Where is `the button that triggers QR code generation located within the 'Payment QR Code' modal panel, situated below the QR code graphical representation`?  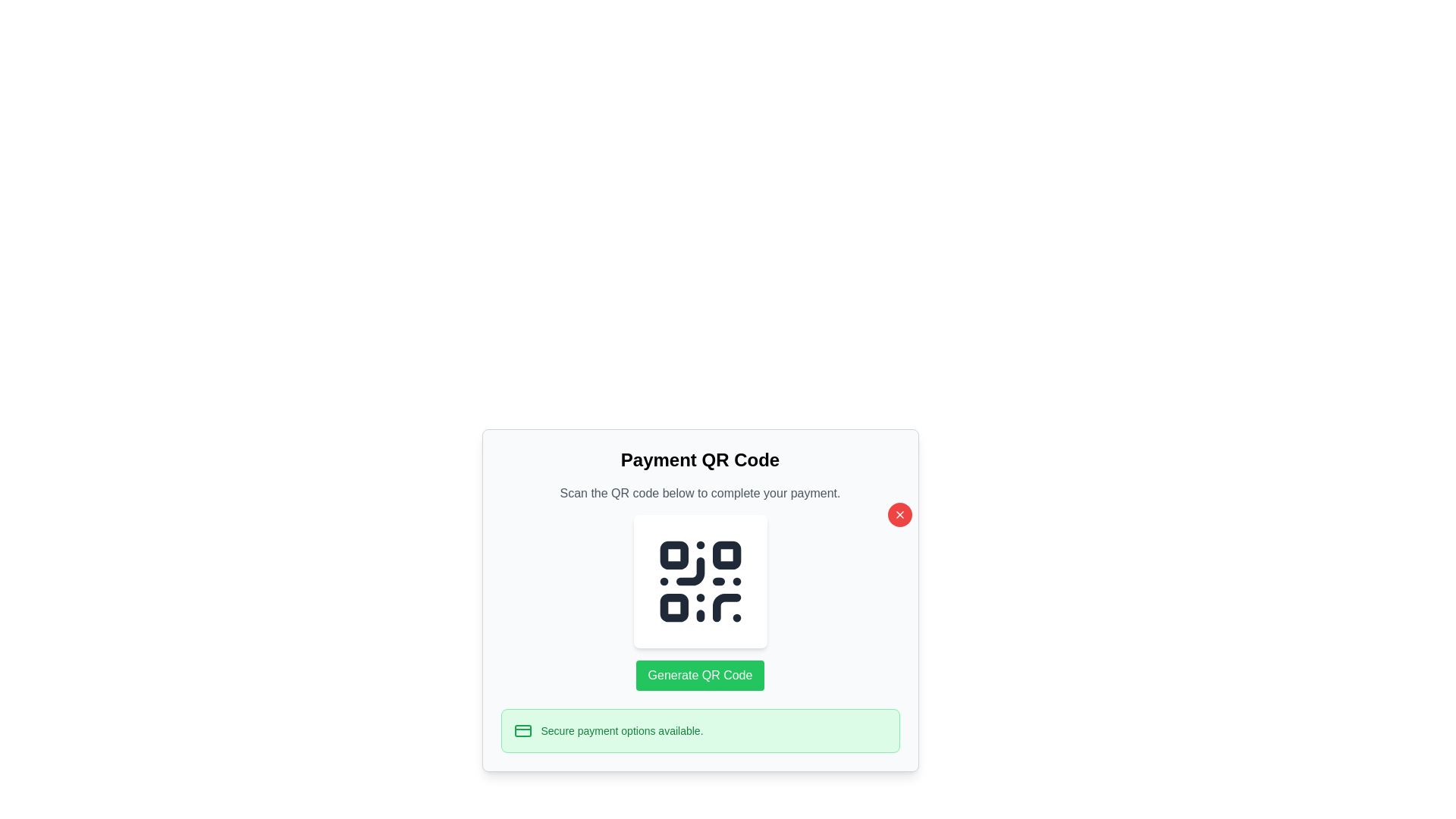
the button that triggers QR code generation located within the 'Payment QR Code' modal panel, situated below the QR code graphical representation is located at coordinates (699, 675).